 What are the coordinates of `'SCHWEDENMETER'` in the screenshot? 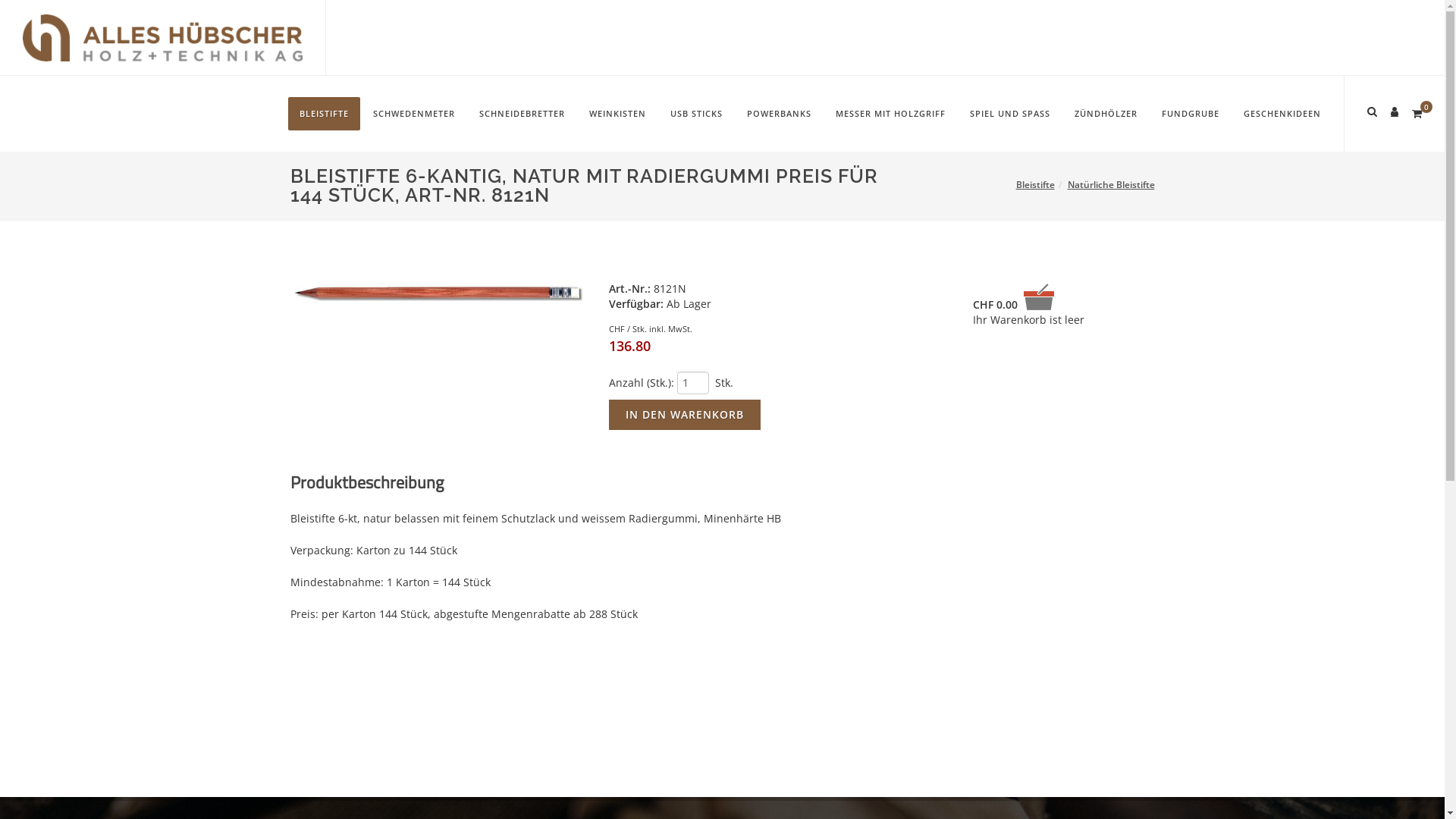 It's located at (414, 113).